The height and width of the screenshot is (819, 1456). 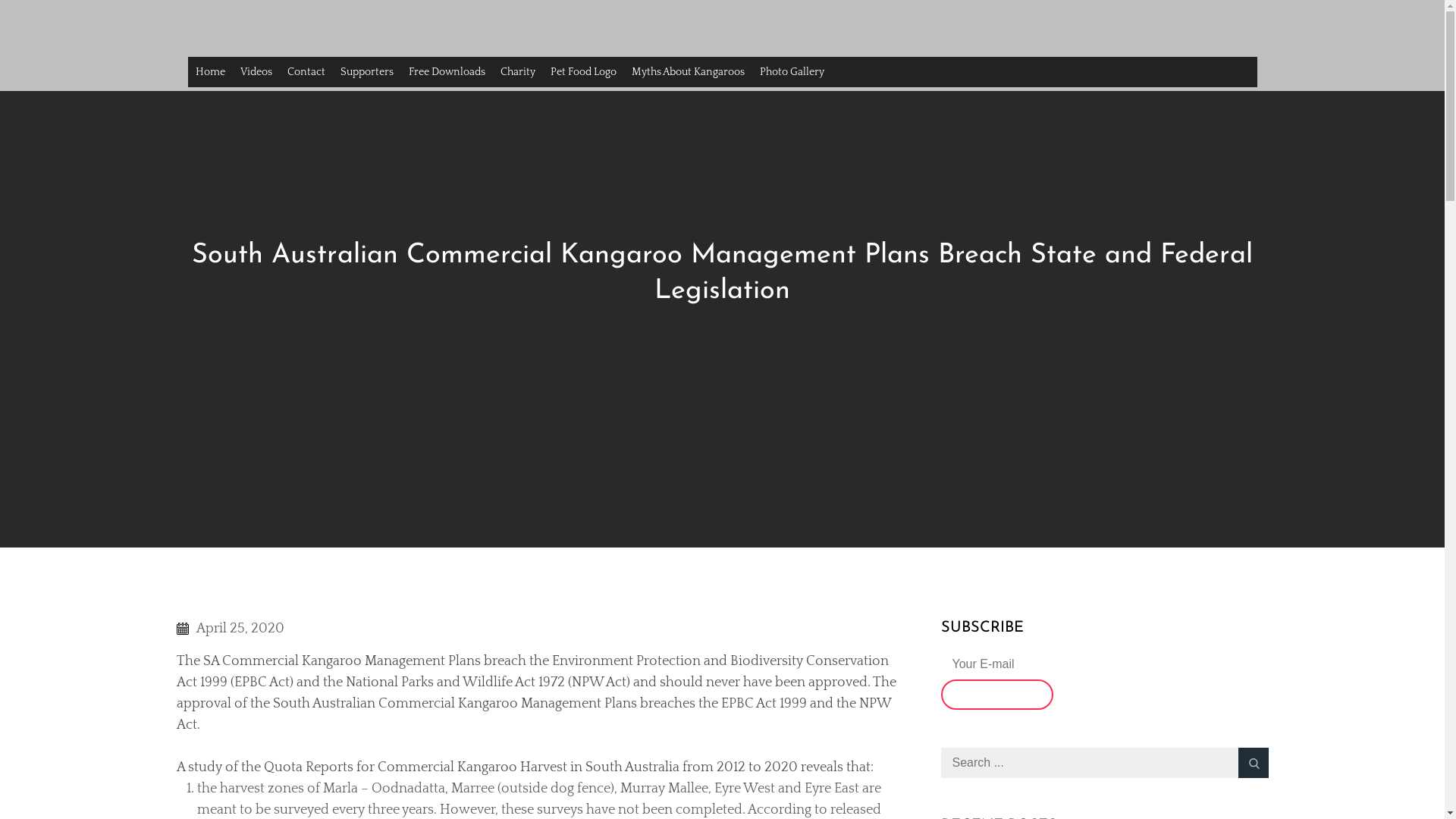 What do you see at coordinates (255, 72) in the screenshot?
I see `'Videos'` at bounding box center [255, 72].